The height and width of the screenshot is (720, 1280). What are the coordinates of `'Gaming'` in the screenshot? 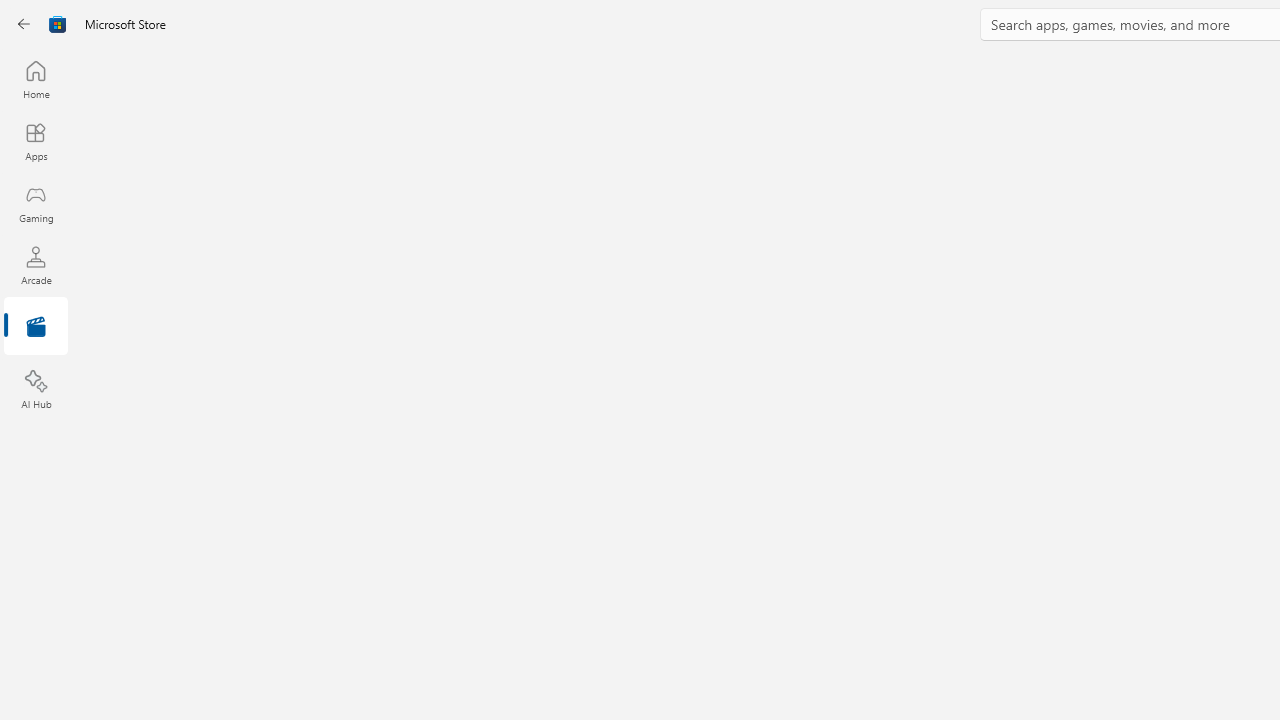 It's located at (35, 203).